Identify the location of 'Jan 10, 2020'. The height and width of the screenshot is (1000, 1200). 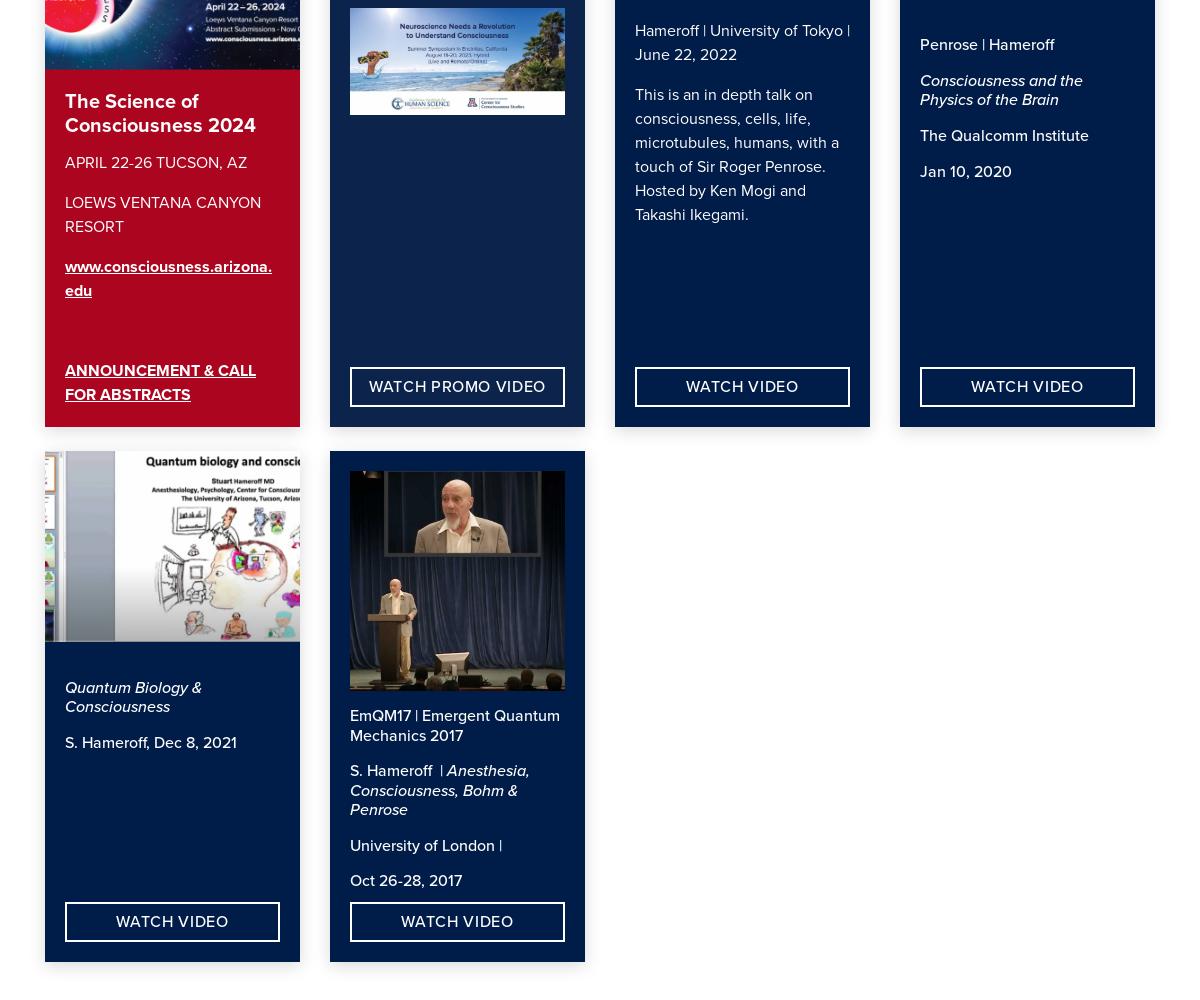
(968, 171).